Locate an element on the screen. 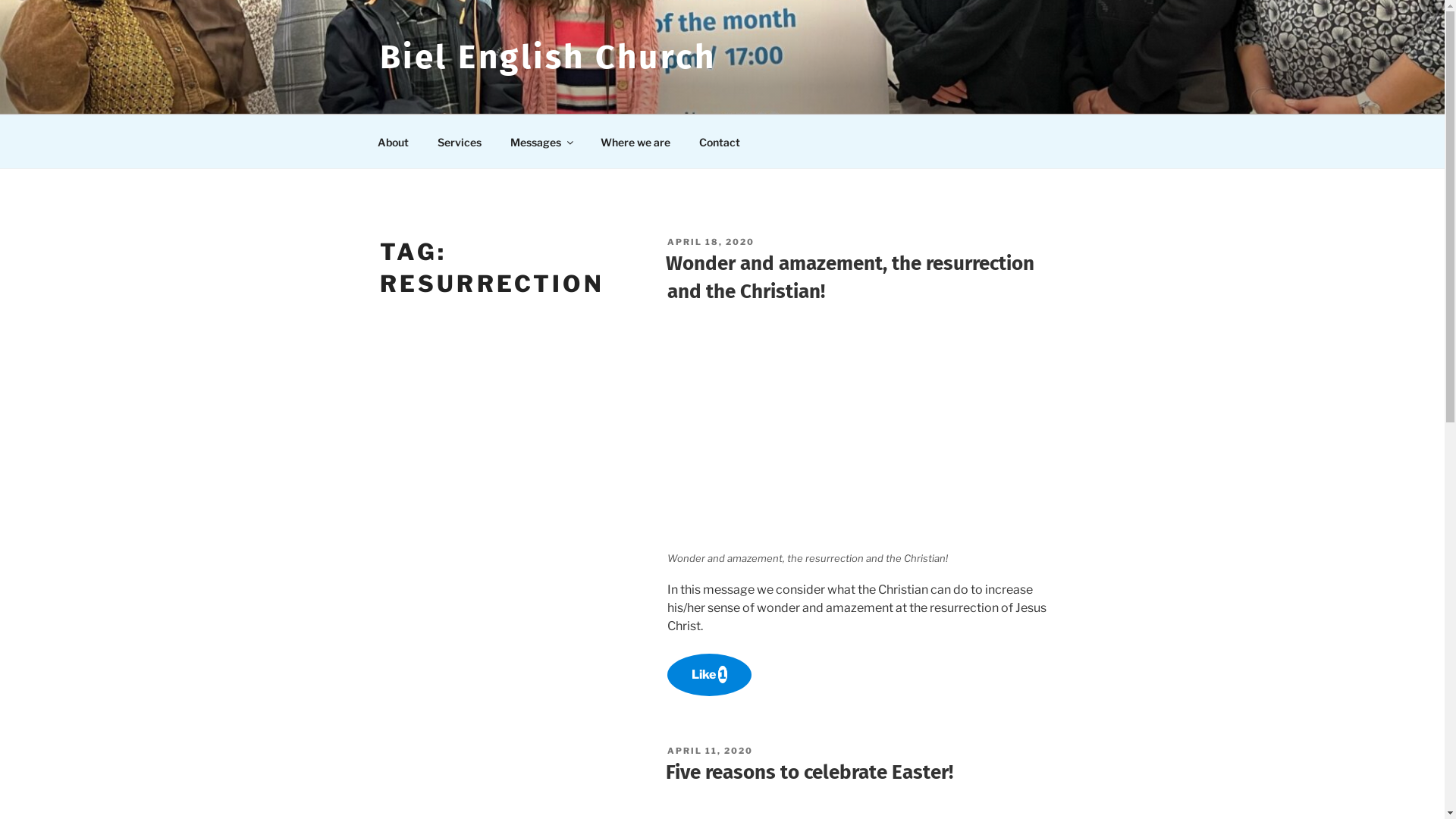  'Where we are' is located at coordinates (635, 141).